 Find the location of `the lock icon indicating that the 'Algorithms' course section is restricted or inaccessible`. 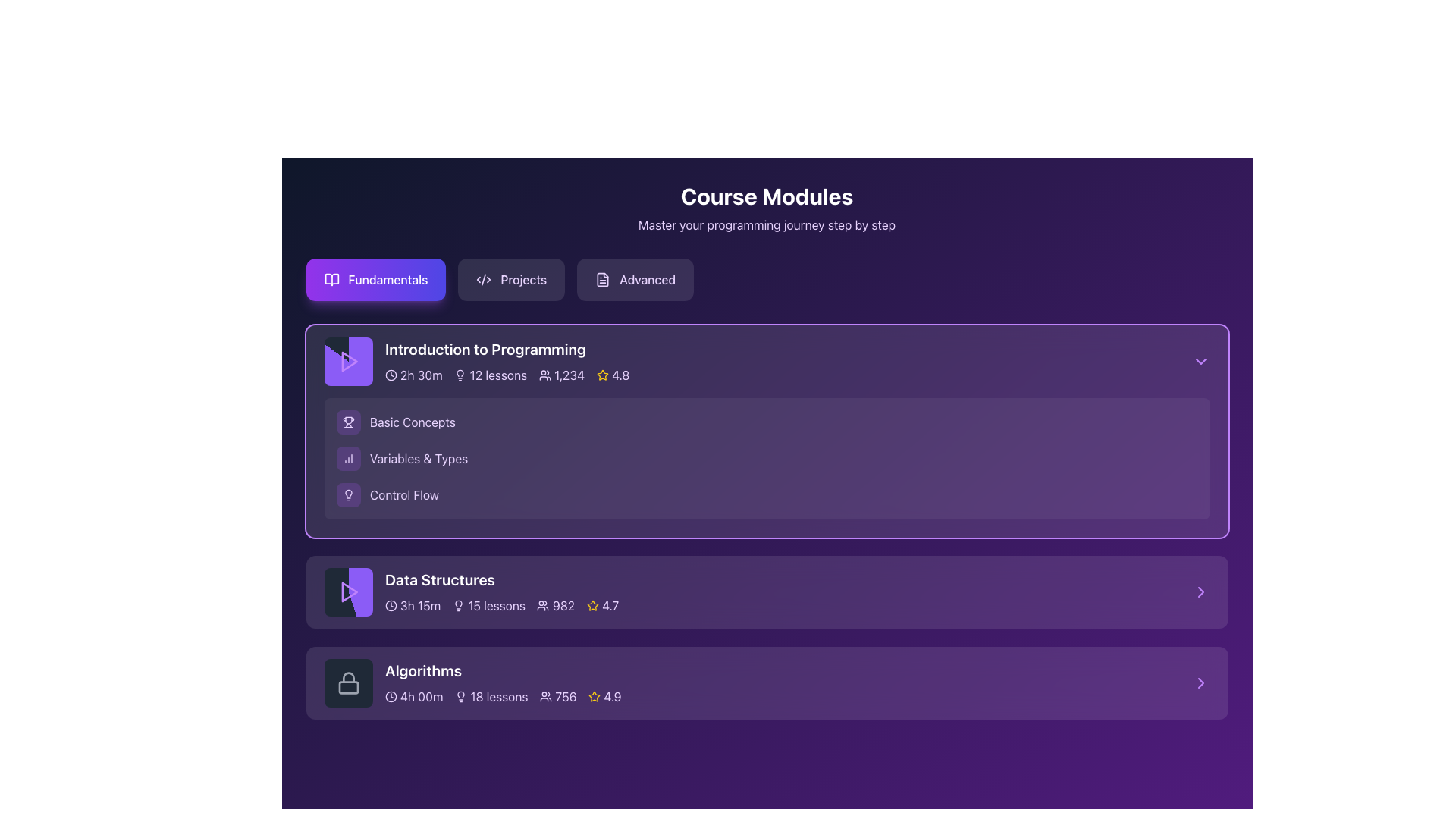

the lock icon indicating that the 'Algorithms' course section is restricted or inaccessible is located at coordinates (347, 683).